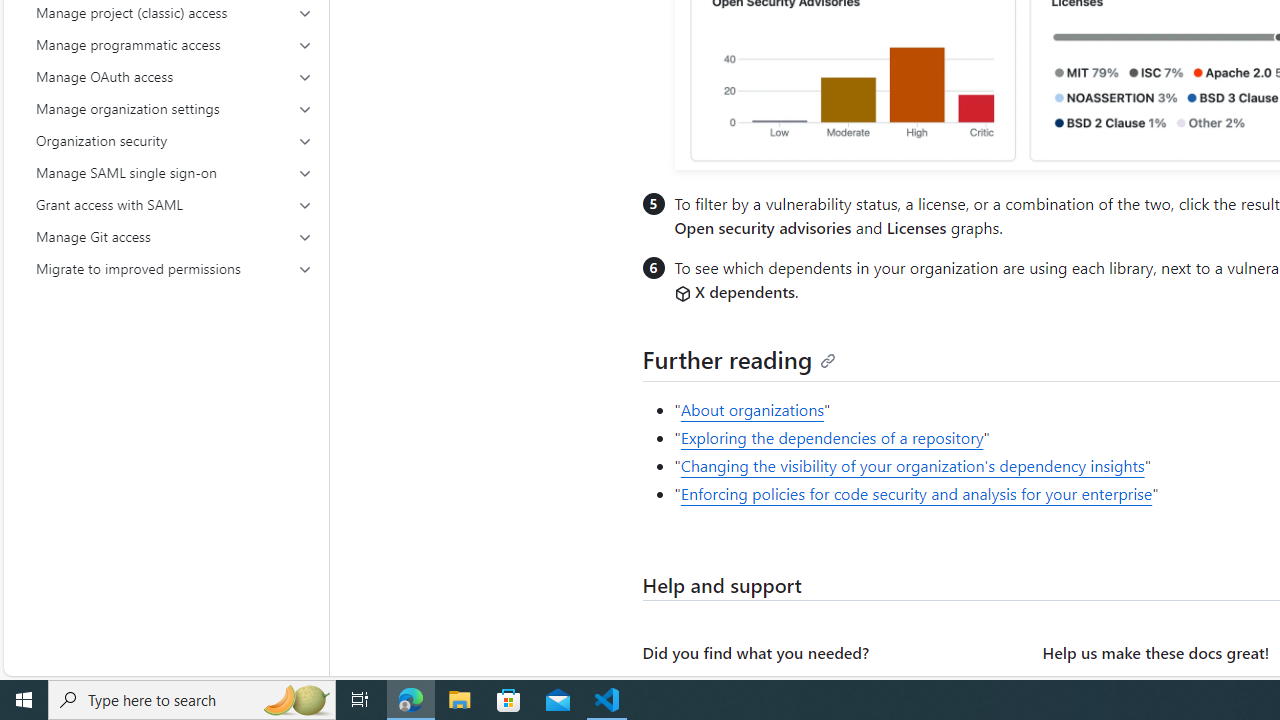  I want to click on 'Manage programmatic access', so click(174, 45).